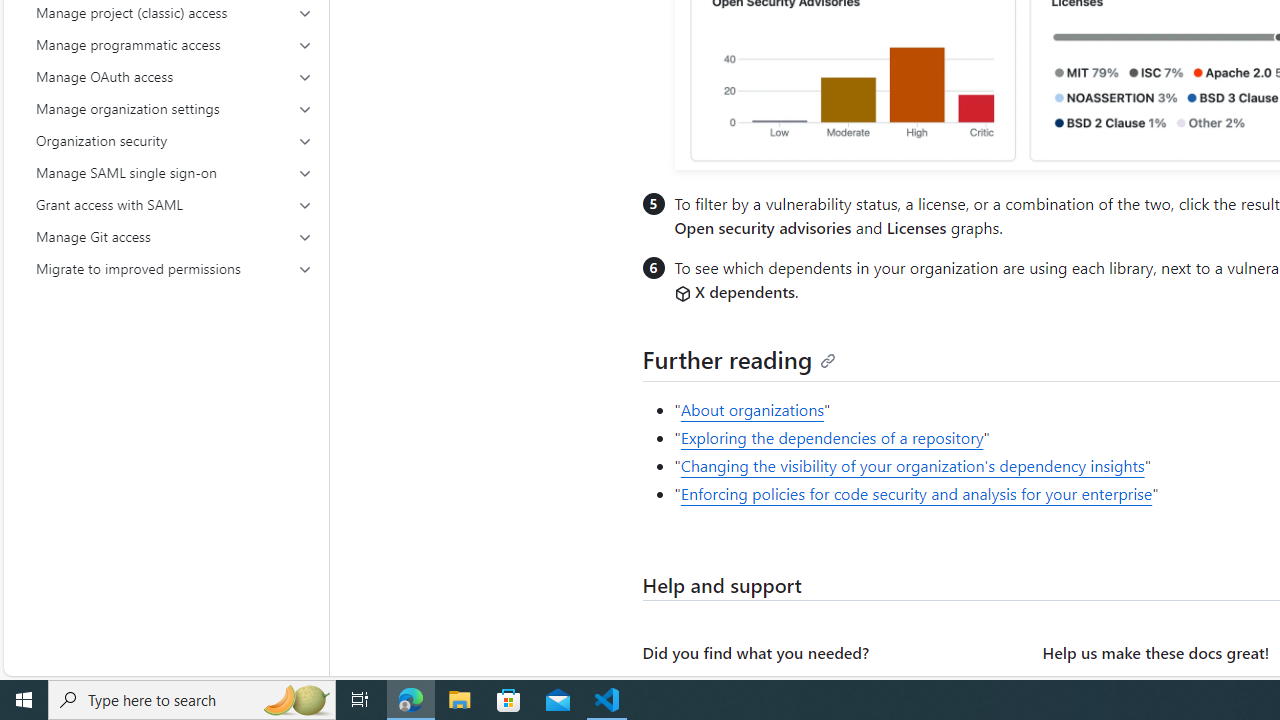  I want to click on 'Manage programmatic access', so click(174, 45).